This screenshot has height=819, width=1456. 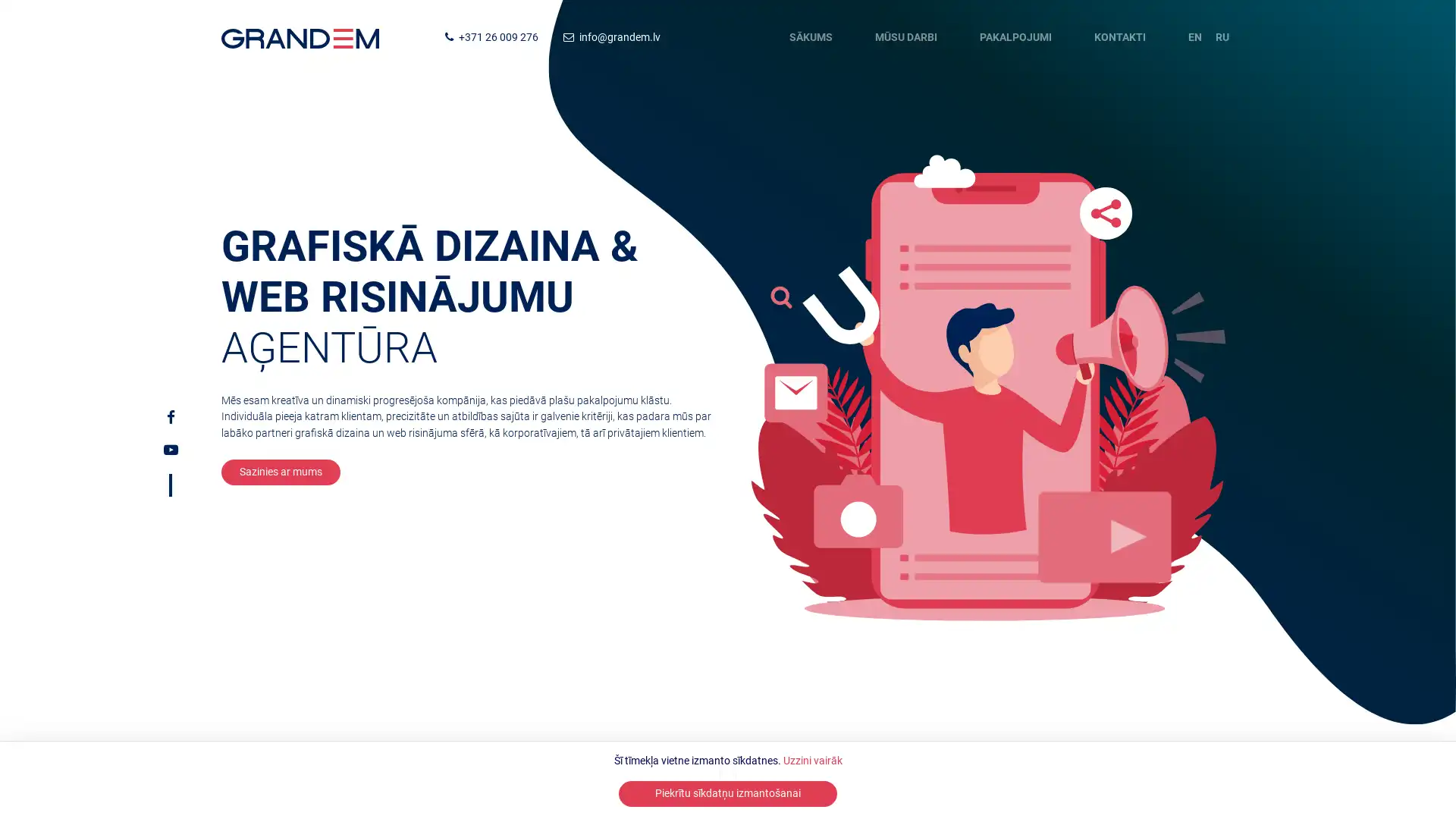 I want to click on Piekritu sikdatnu izmantosanai, so click(x=728, y=792).